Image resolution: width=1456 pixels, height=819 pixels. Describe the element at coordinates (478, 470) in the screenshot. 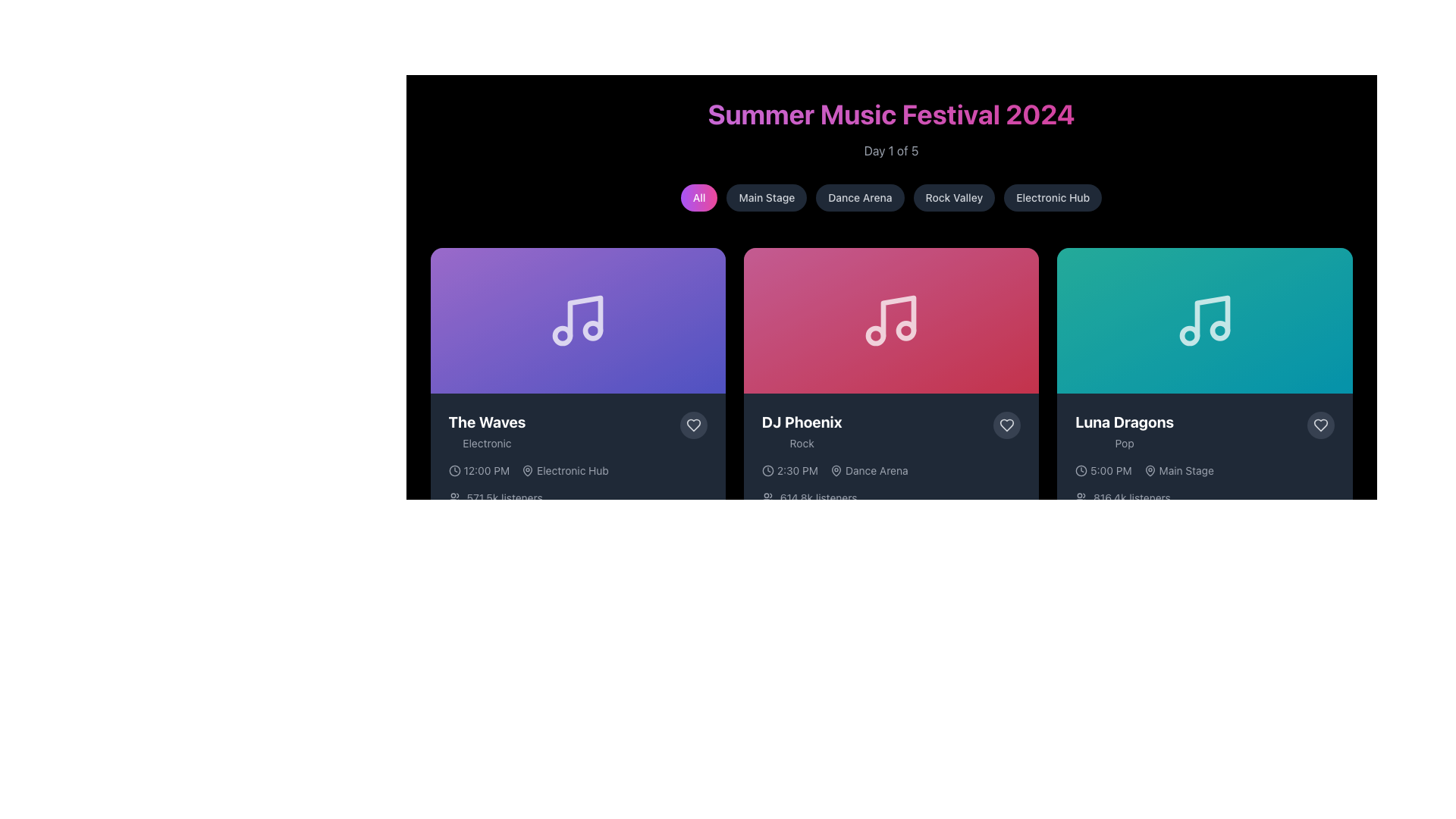

I see `the text displaying '12:00 PM' alongside the clock icon located in the lower-left portion of the 'The Waves' card` at that location.